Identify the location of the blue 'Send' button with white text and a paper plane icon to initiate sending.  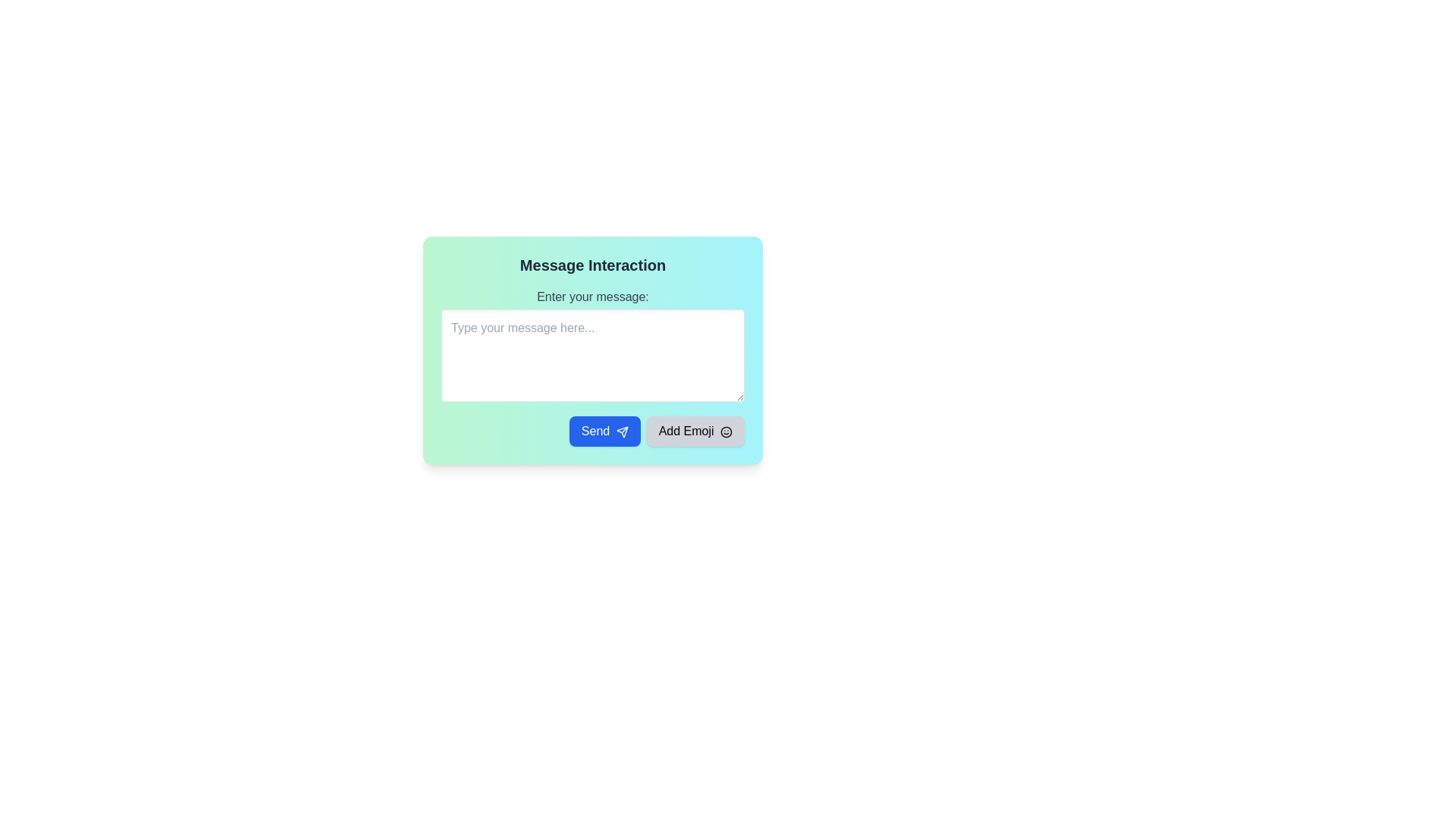
(604, 431).